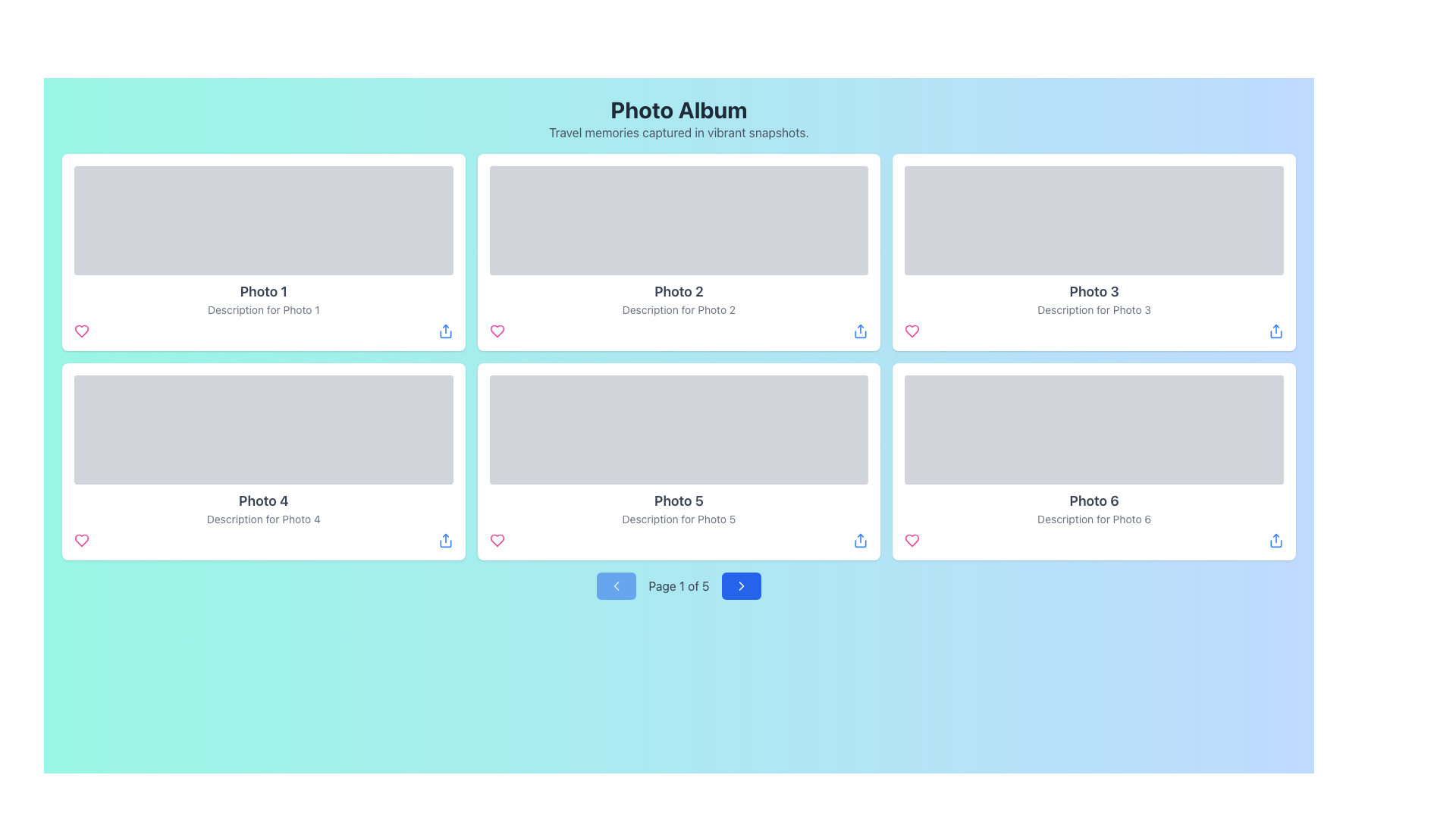 The height and width of the screenshot is (819, 1456). I want to click on the text label displaying 'Photo 3' in bold, dark gray font, located in the third card of the grid layout, positioned beneath the gray rectangular placeholder image, so click(1094, 292).